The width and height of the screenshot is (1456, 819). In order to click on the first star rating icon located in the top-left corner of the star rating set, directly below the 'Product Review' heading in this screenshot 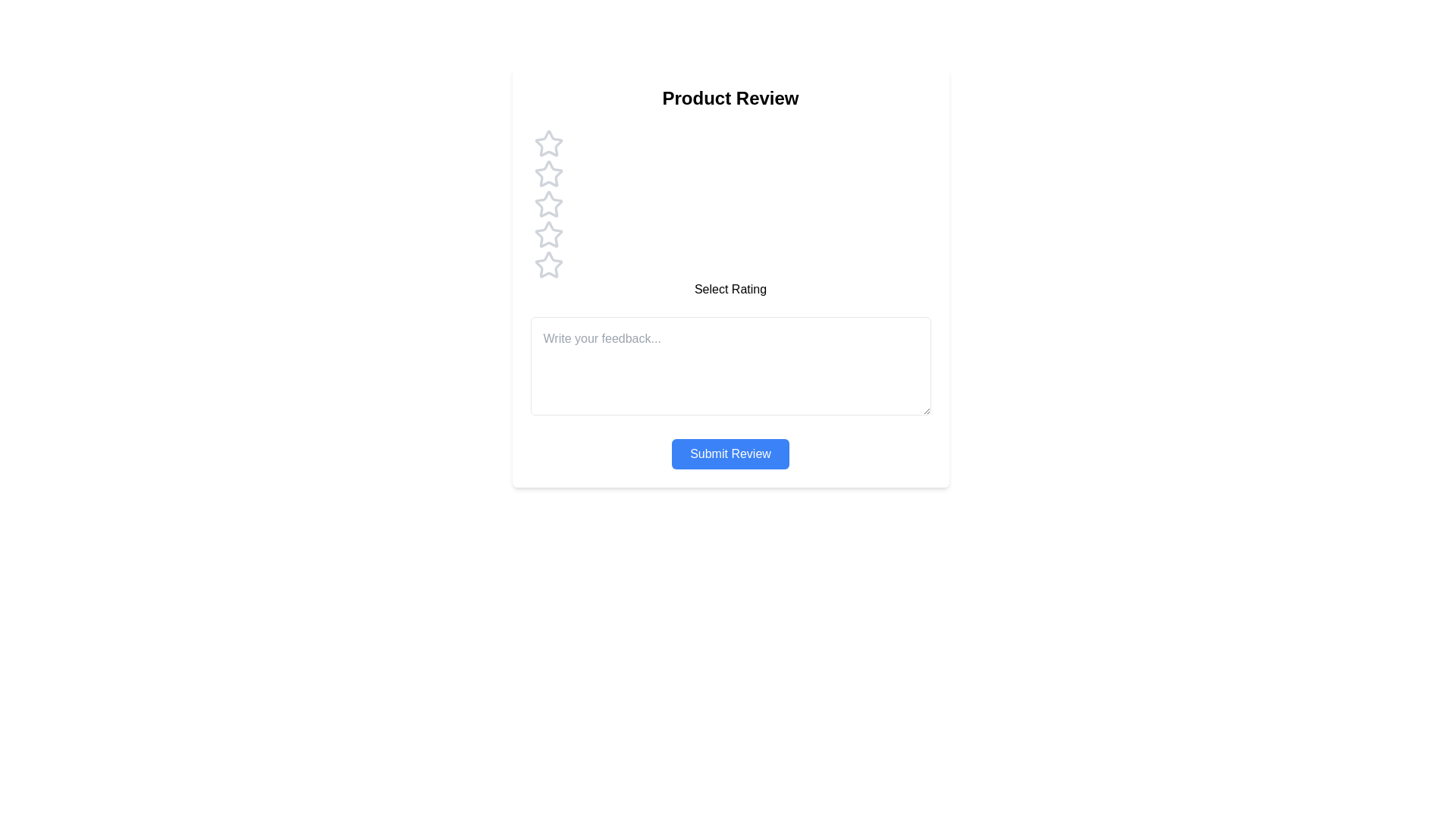, I will do `click(548, 143)`.